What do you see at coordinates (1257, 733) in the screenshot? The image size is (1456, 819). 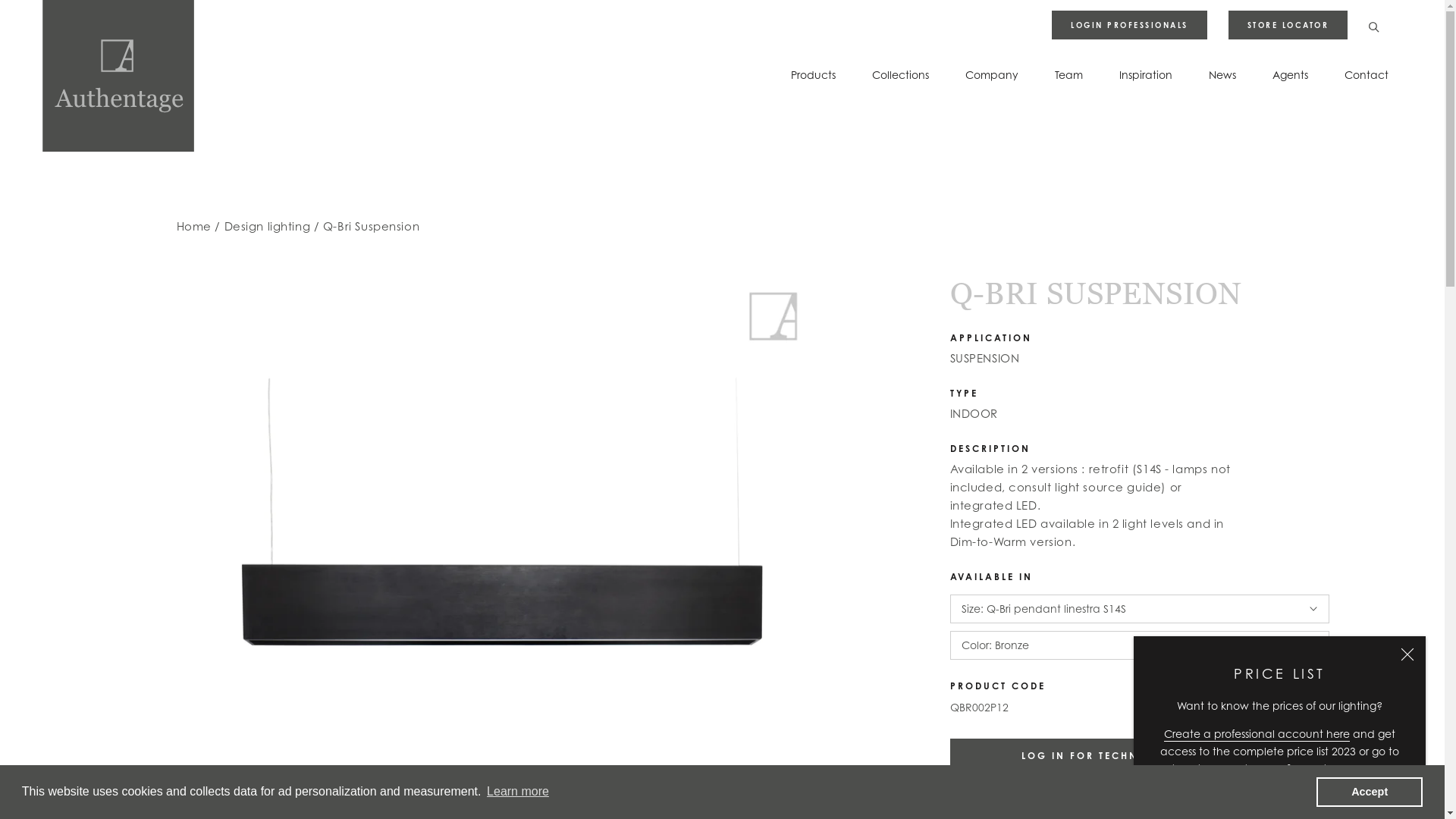 I see `'Create a professional account here'` at bounding box center [1257, 733].